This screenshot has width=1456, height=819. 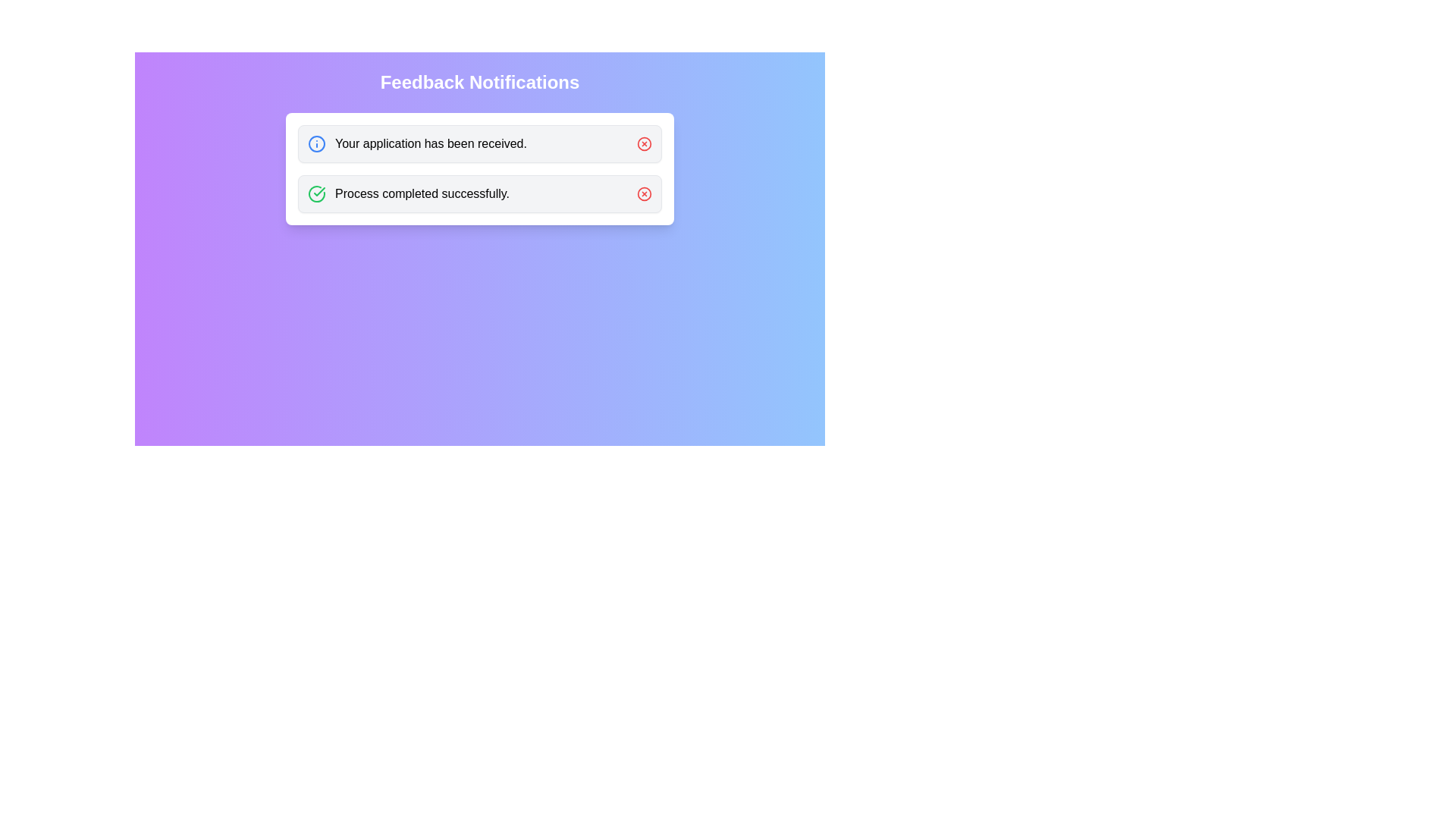 I want to click on the Circle element within the SVG graphic, which is located next to the text 'Your application has been received.' in the top notification card, so click(x=315, y=143).